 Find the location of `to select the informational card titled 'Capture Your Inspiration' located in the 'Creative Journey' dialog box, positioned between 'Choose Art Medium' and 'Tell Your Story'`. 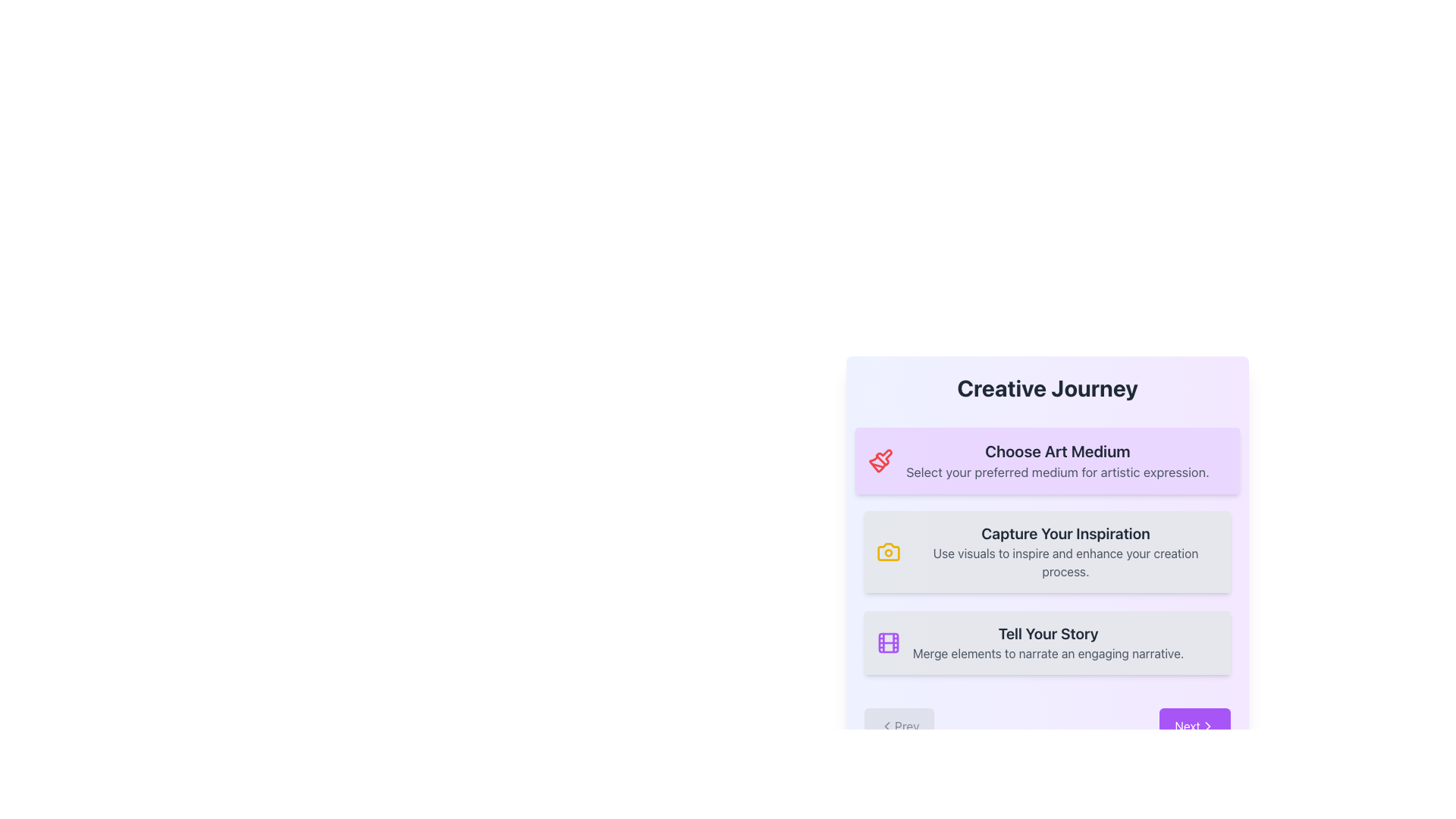

to select the informational card titled 'Capture Your Inspiration' located in the 'Creative Journey' dialog box, positioned between 'Choose Art Medium' and 'Tell Your Story' is located at coordinates (1046, 559).